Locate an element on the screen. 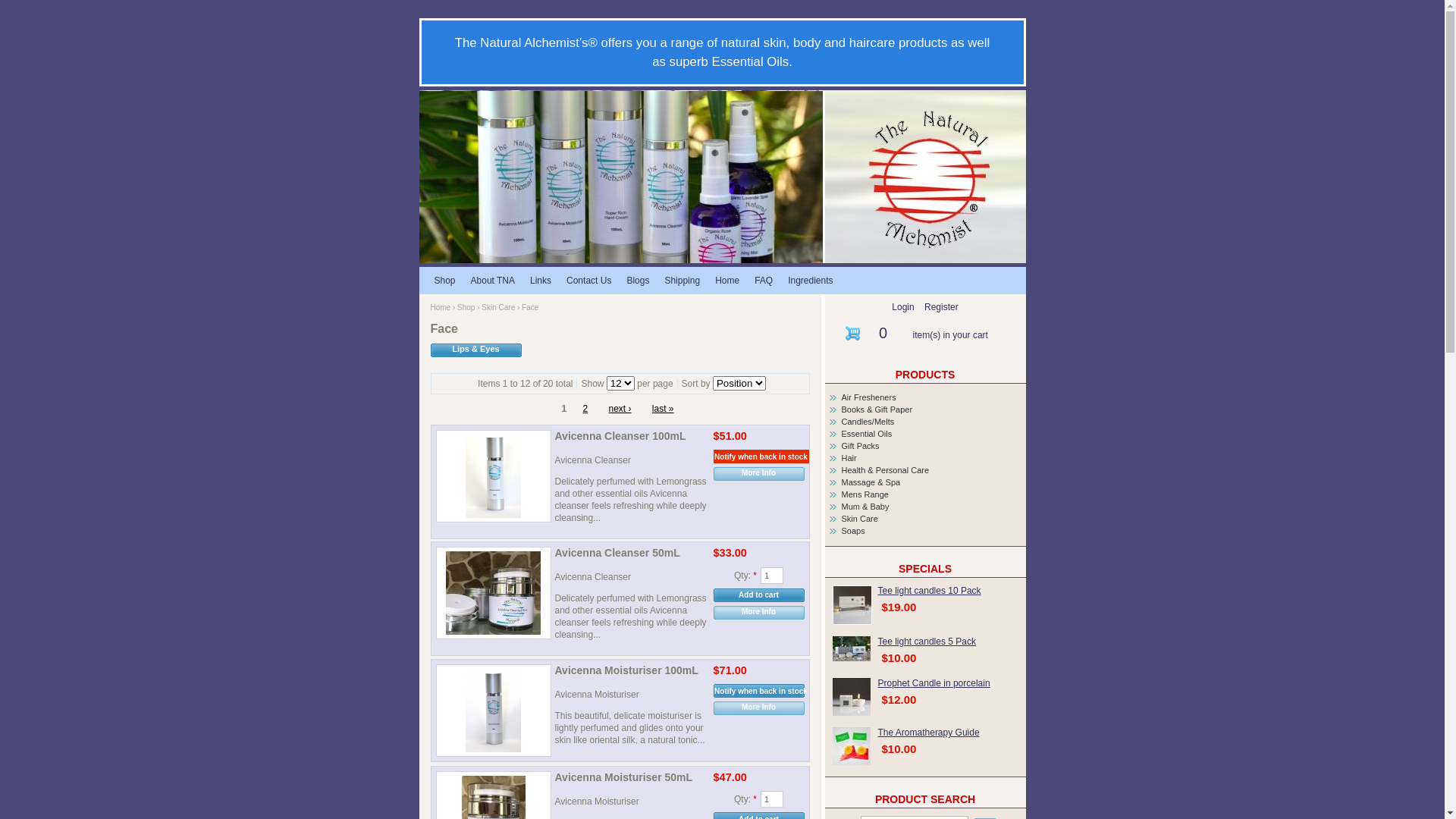  'Air Fresheners' is located at coordinates (869, 397).